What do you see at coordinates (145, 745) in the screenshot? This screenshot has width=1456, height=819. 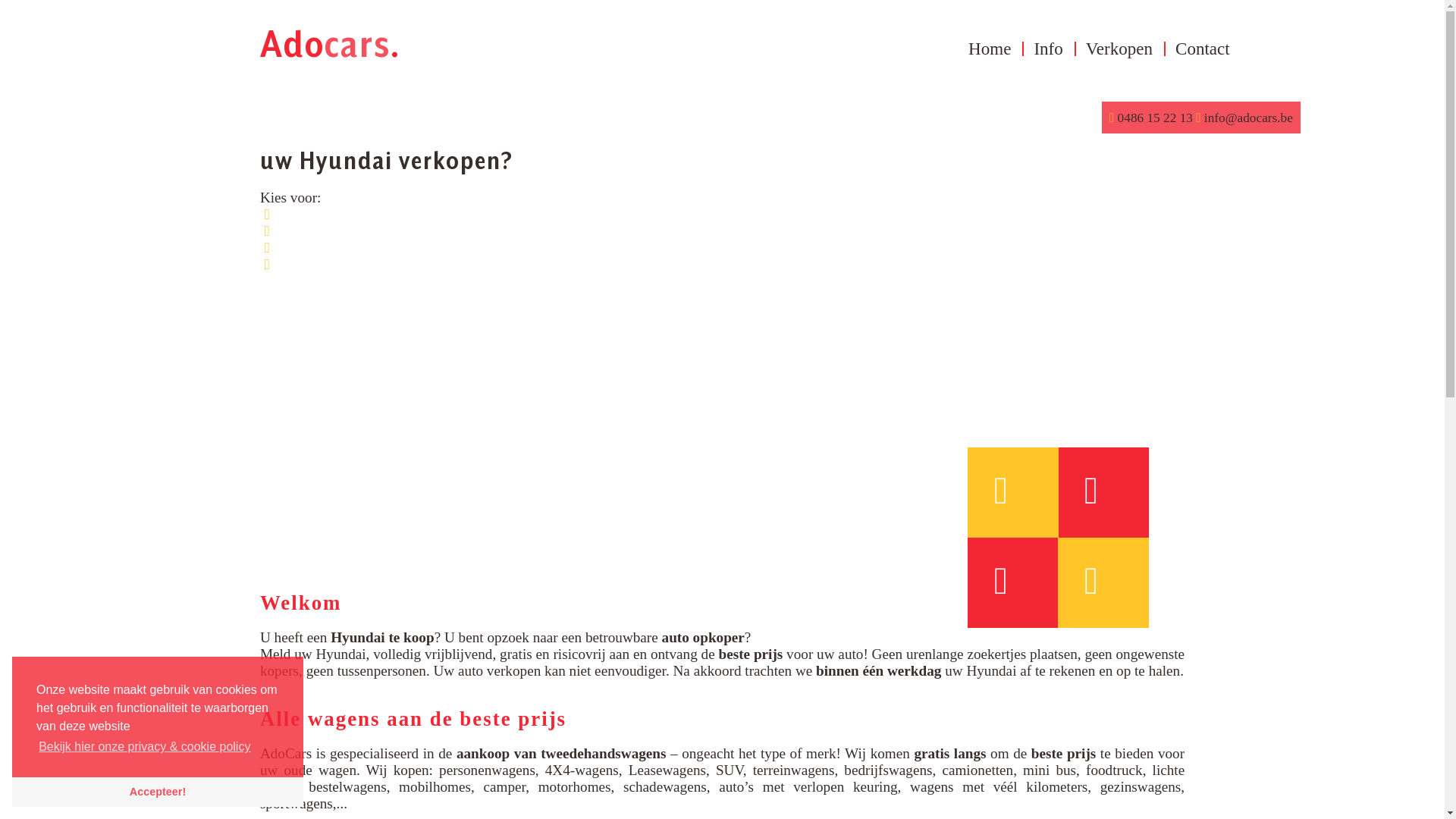 I see `'Bekijk hier onze privacy & cookie policy'` at bounding box center [145, 745].